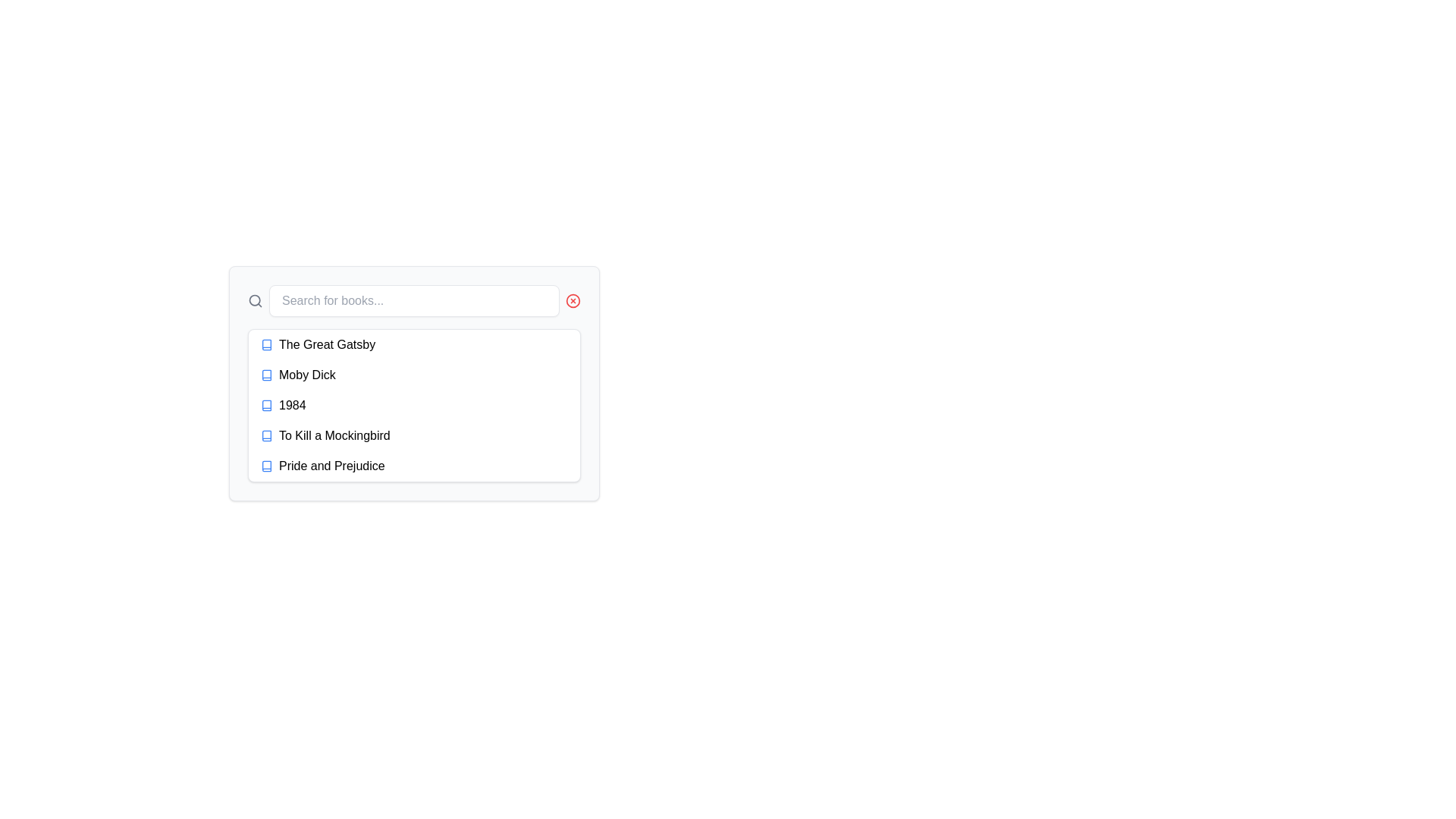 Image resolution: width=1456 pixels, height=819 pixels. What do you see at coordinates (414, 375) in the screenshot?
I see `the list item labeled 'Moby Dick'` at bounding box center [414, 375].